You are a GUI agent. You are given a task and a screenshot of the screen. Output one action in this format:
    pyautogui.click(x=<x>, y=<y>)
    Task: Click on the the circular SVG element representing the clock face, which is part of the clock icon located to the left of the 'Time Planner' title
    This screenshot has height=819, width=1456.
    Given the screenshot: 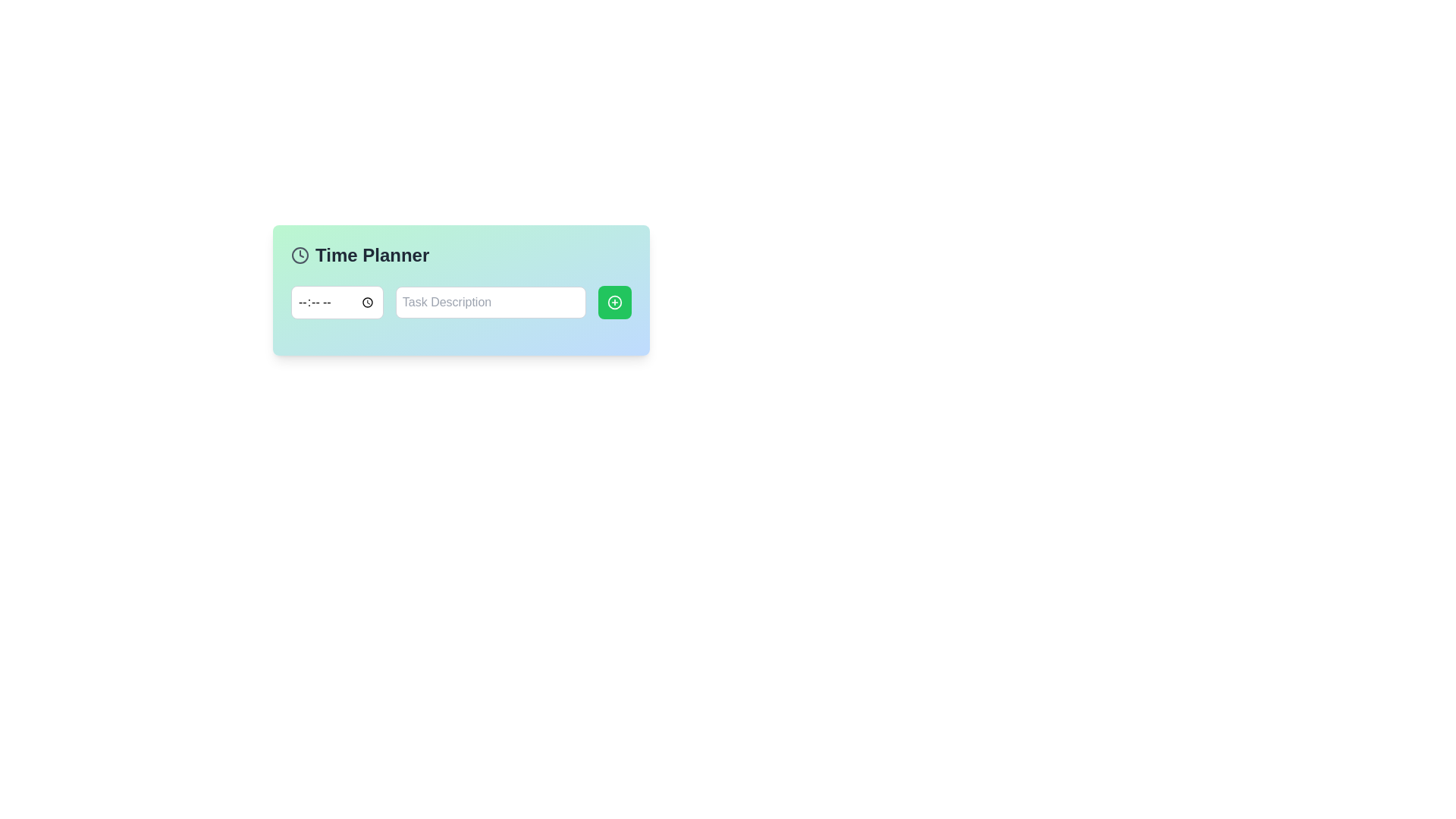 What is the action you would take?
    pyautogui.click(x=300, y=254)
    